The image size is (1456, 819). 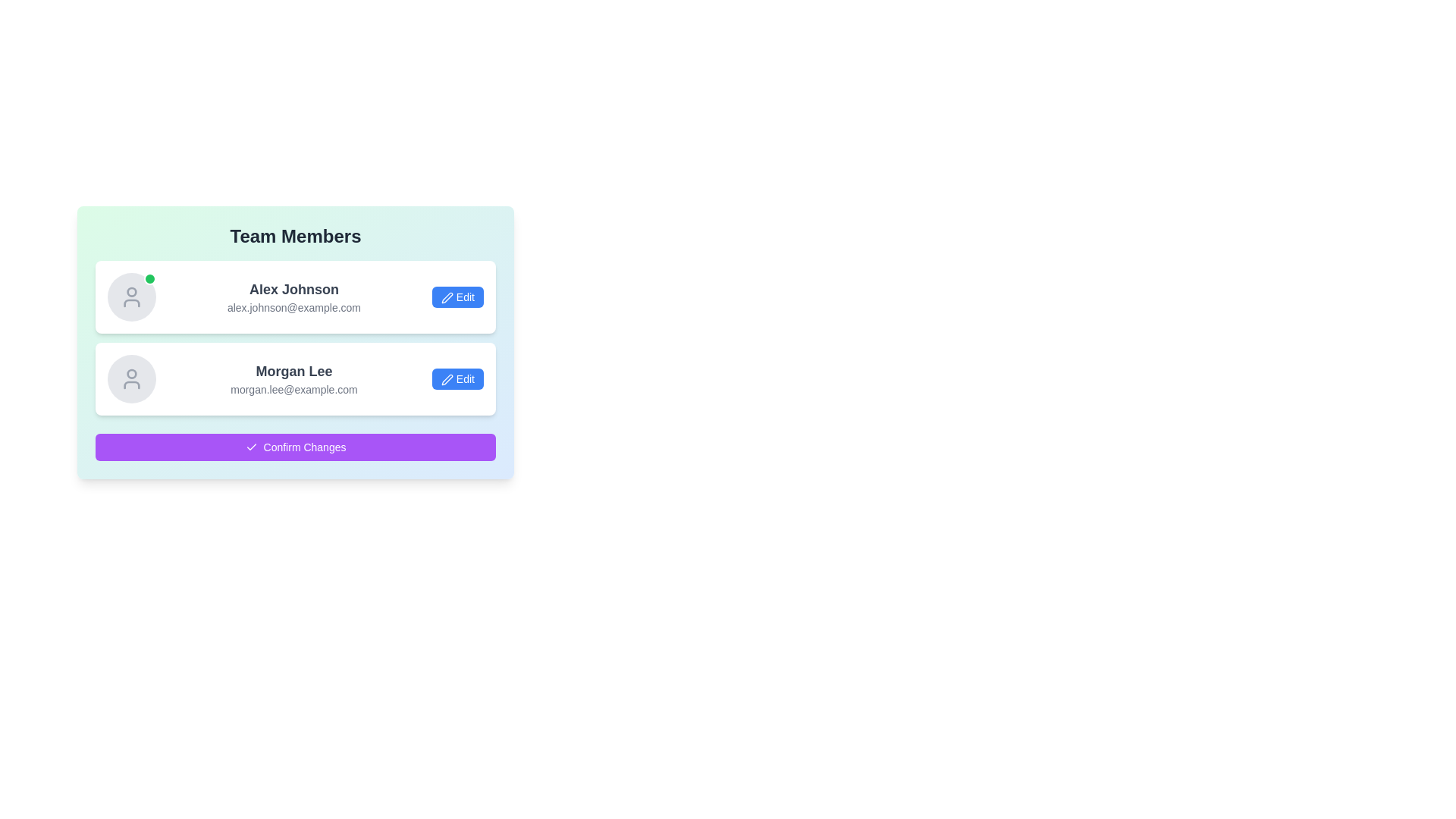 I want to click on the confirmation icon located near the left side of the purple 'Confirm Changes' button at the bottom of the modal, so click(x=251, y=447).